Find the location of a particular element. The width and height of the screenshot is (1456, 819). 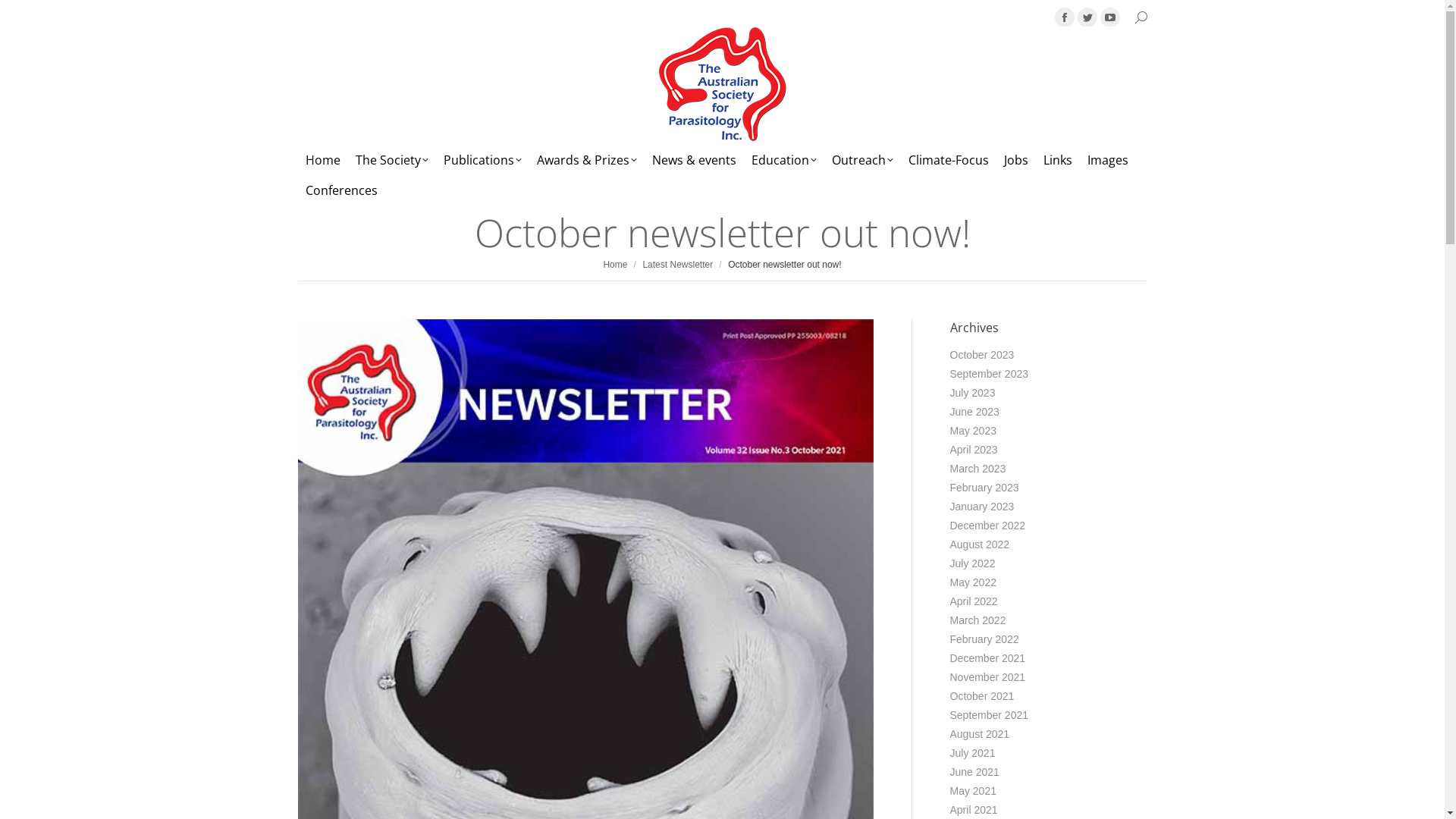

'Home' is located at coordinates (615, 263).